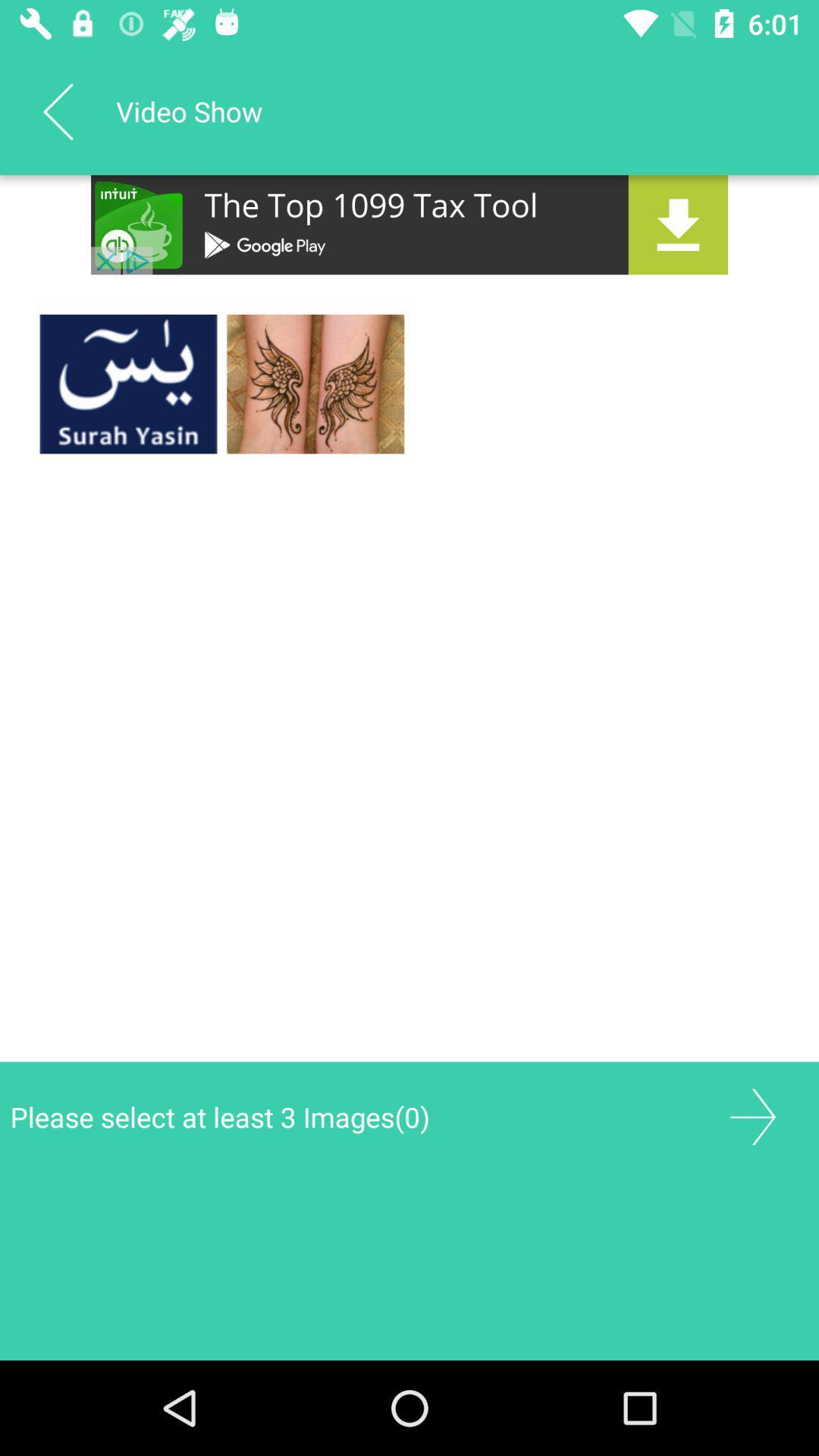  I want to click on app advertisement, so click(409, 224).